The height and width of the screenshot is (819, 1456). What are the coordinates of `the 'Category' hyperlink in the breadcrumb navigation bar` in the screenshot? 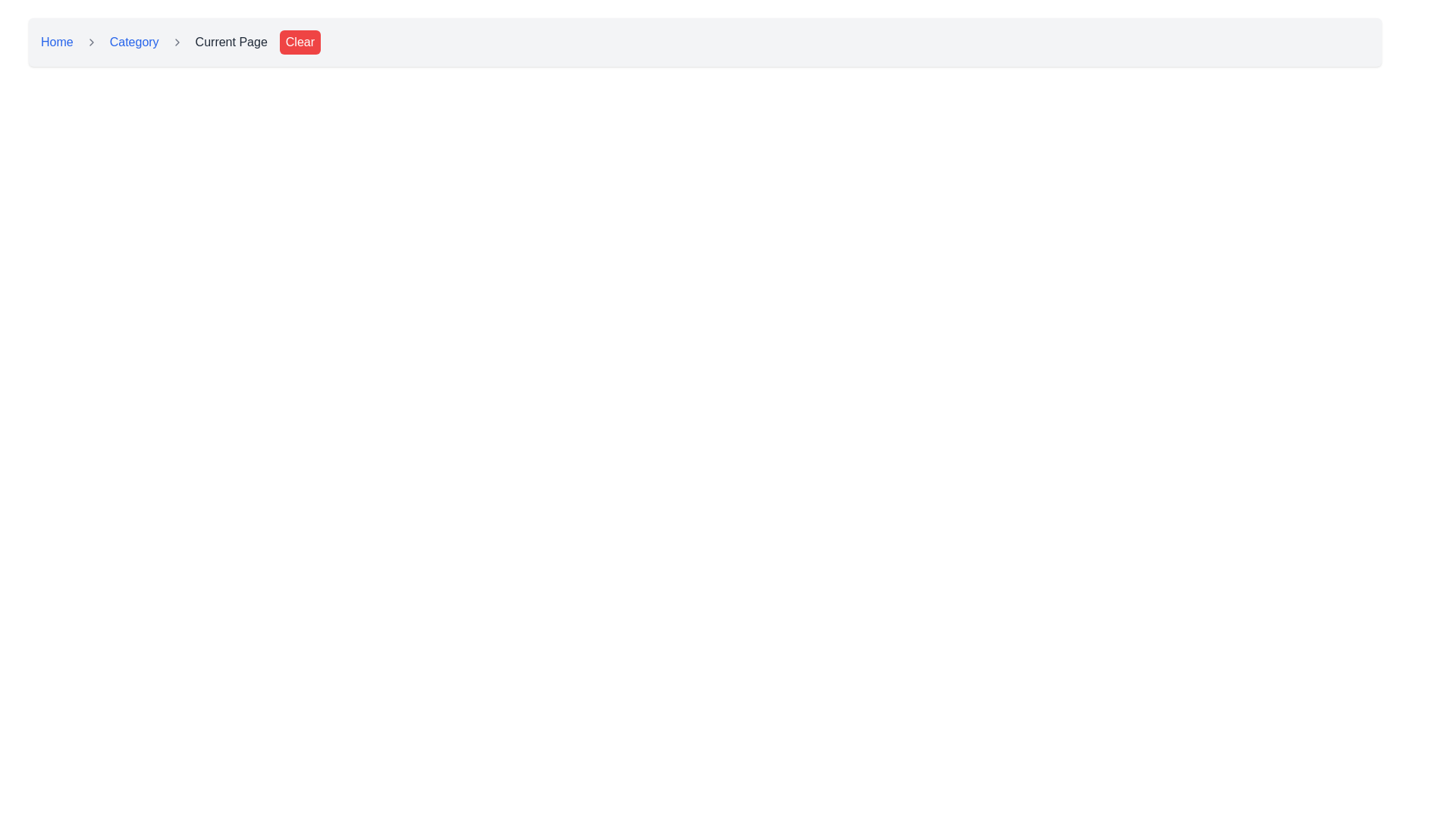 It's located at (134, 42).